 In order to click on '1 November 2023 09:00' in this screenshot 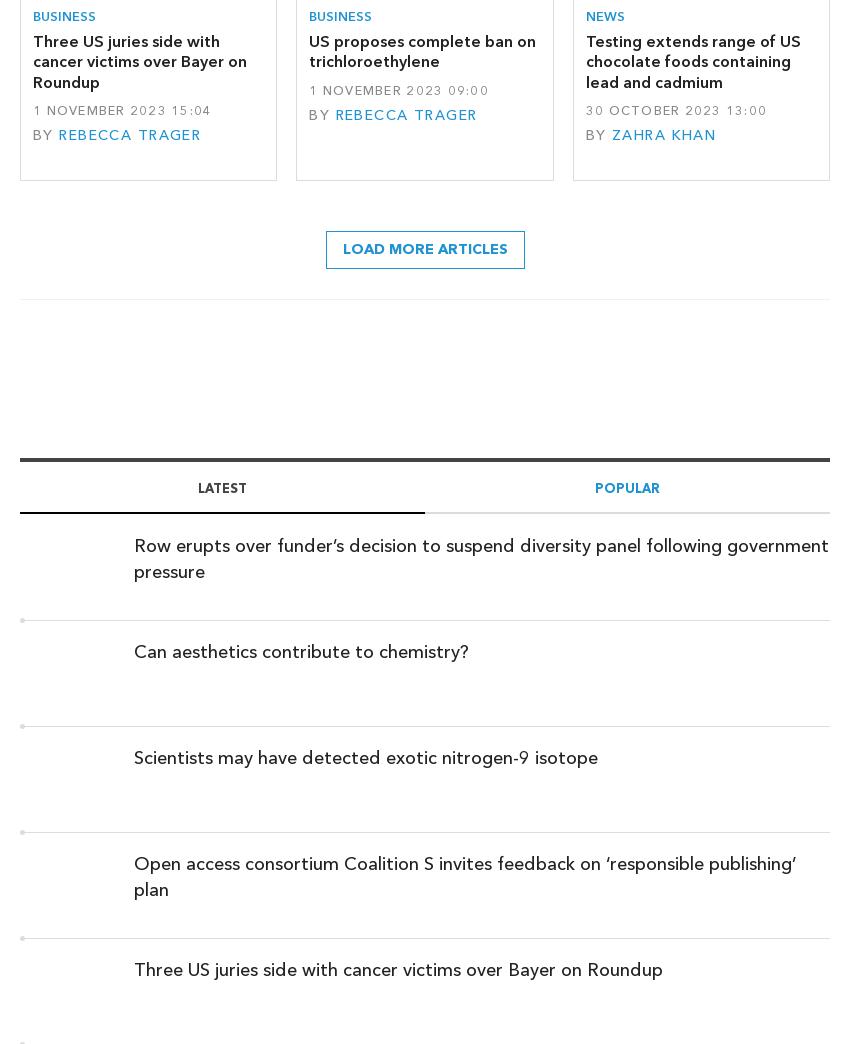, I will do `click(398, 89)`.